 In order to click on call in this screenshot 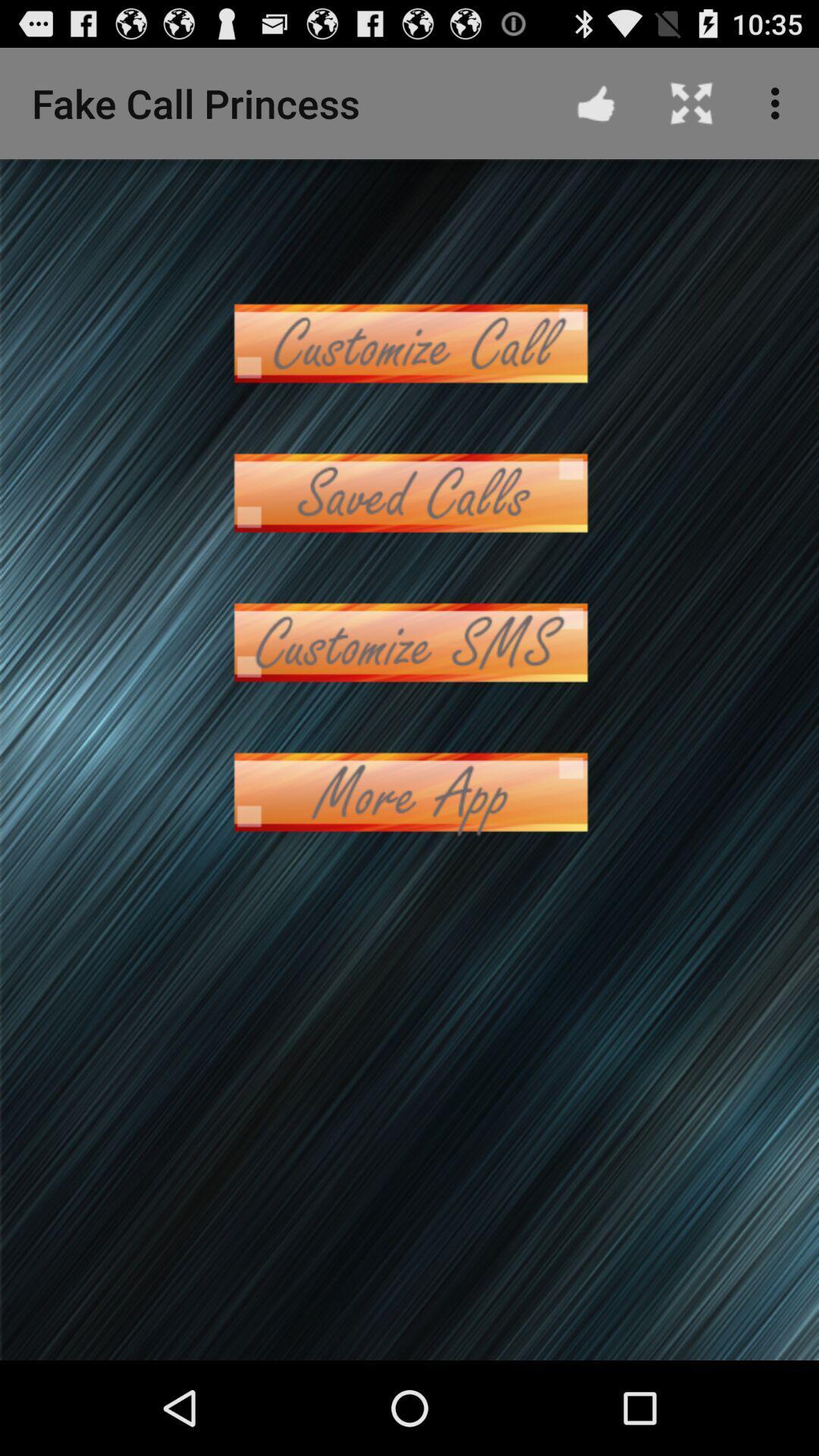, I will do `click(409, 493)`.